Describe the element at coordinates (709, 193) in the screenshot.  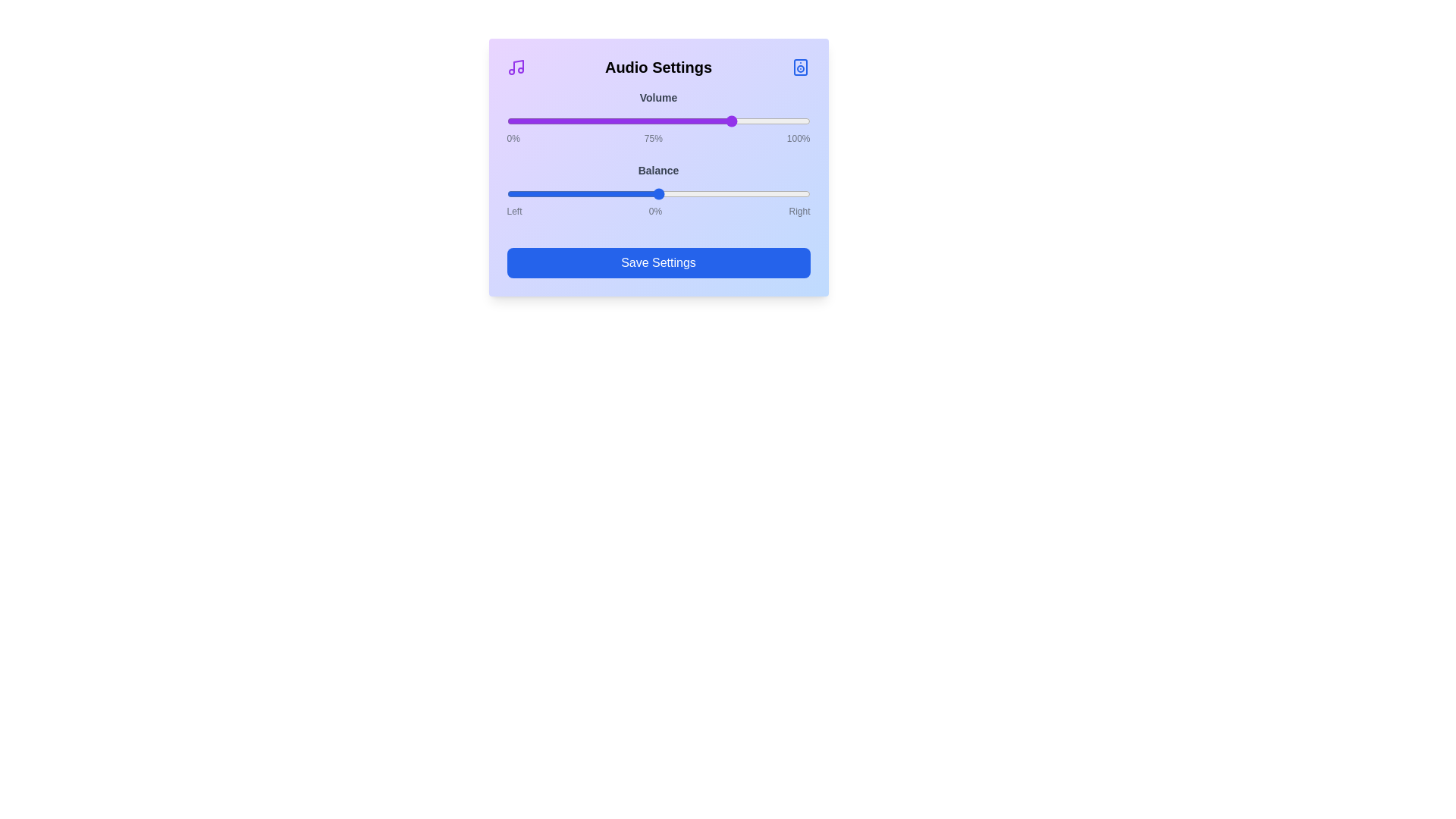
I see `the balance slider to 34` at that location.